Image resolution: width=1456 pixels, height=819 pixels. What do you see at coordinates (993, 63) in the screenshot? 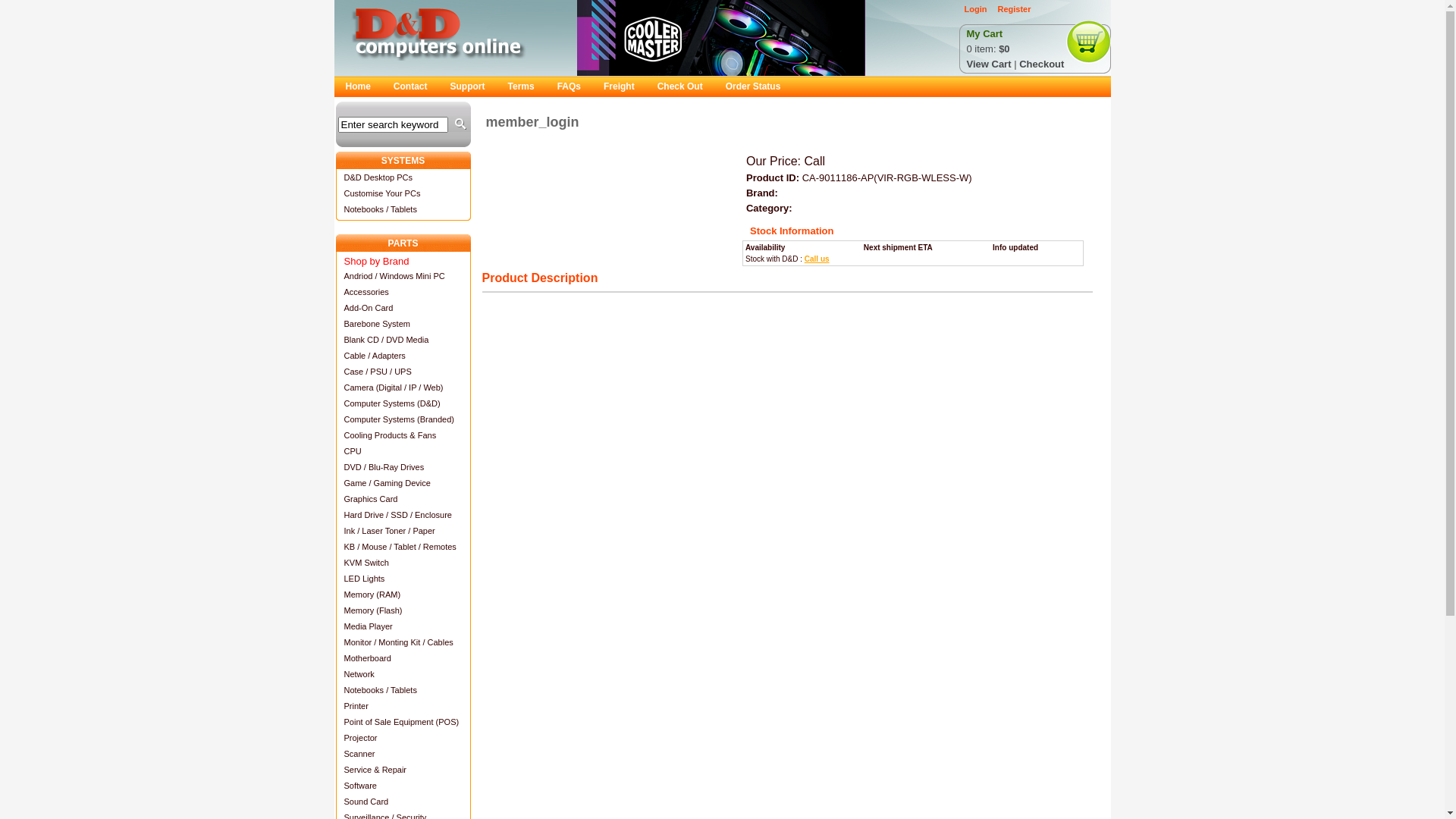
I see `'View Cart |'` at bounding box center [993, 63].